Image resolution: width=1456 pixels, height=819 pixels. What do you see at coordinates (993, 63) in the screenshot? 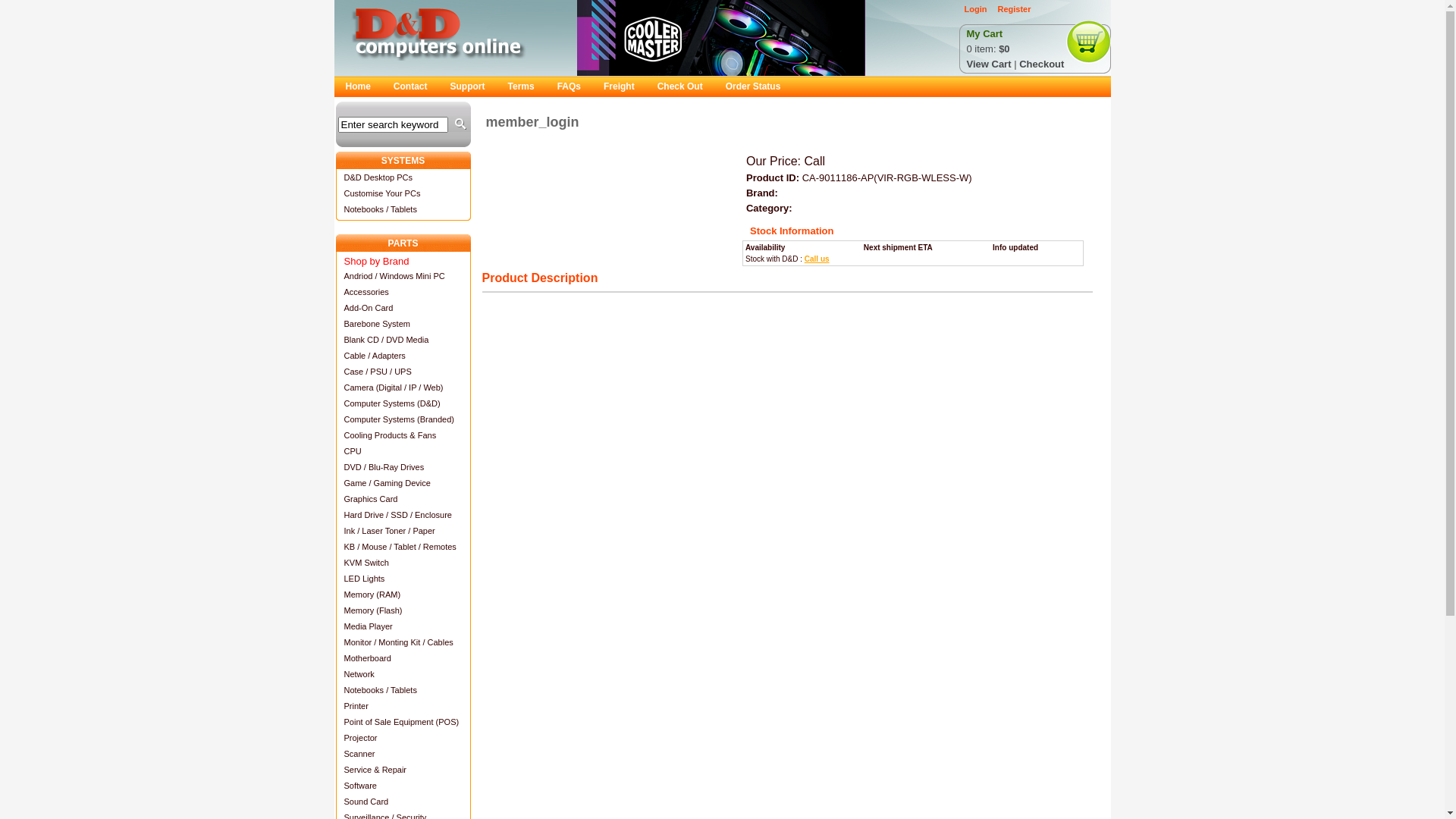
I see `'View Cart |'` at bounding box center [993, 63].